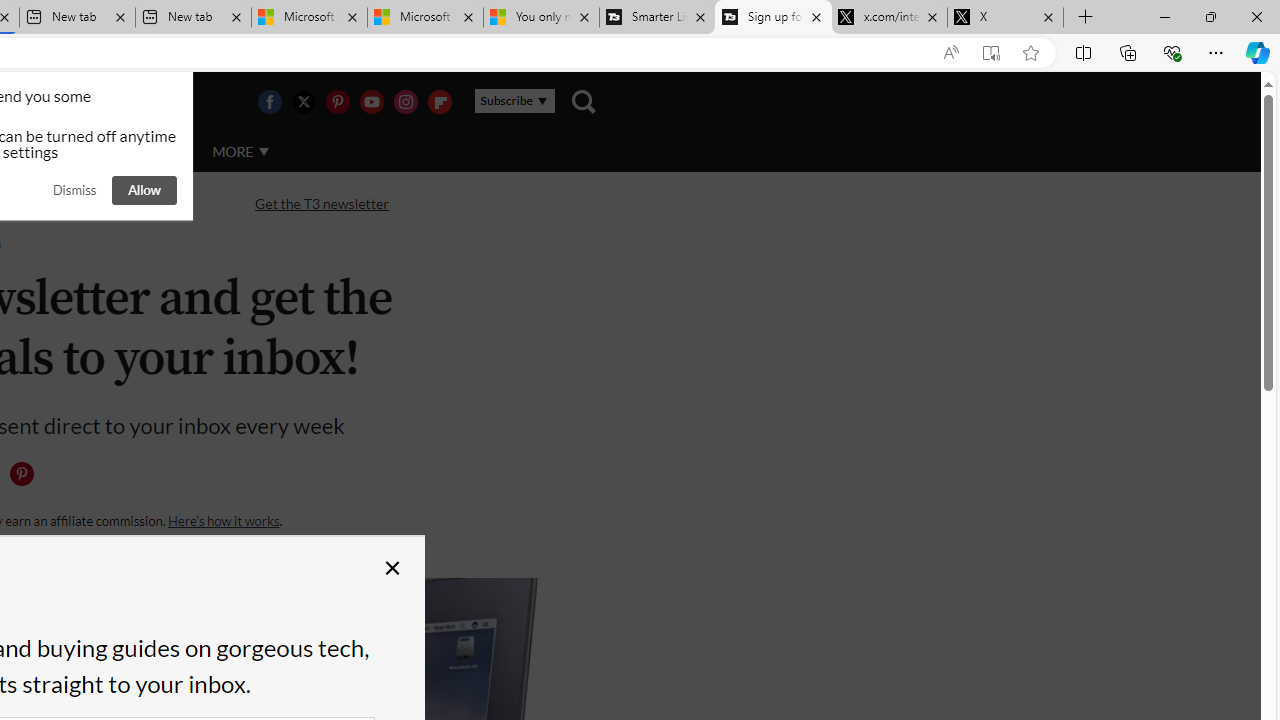 The height and width of the screenshot is (720, 1280). What do you see at coordinates (991, 52) in the screenshot?
I see `'Enter Immersive Reader (F9)'` at bounding box center [991, 52].